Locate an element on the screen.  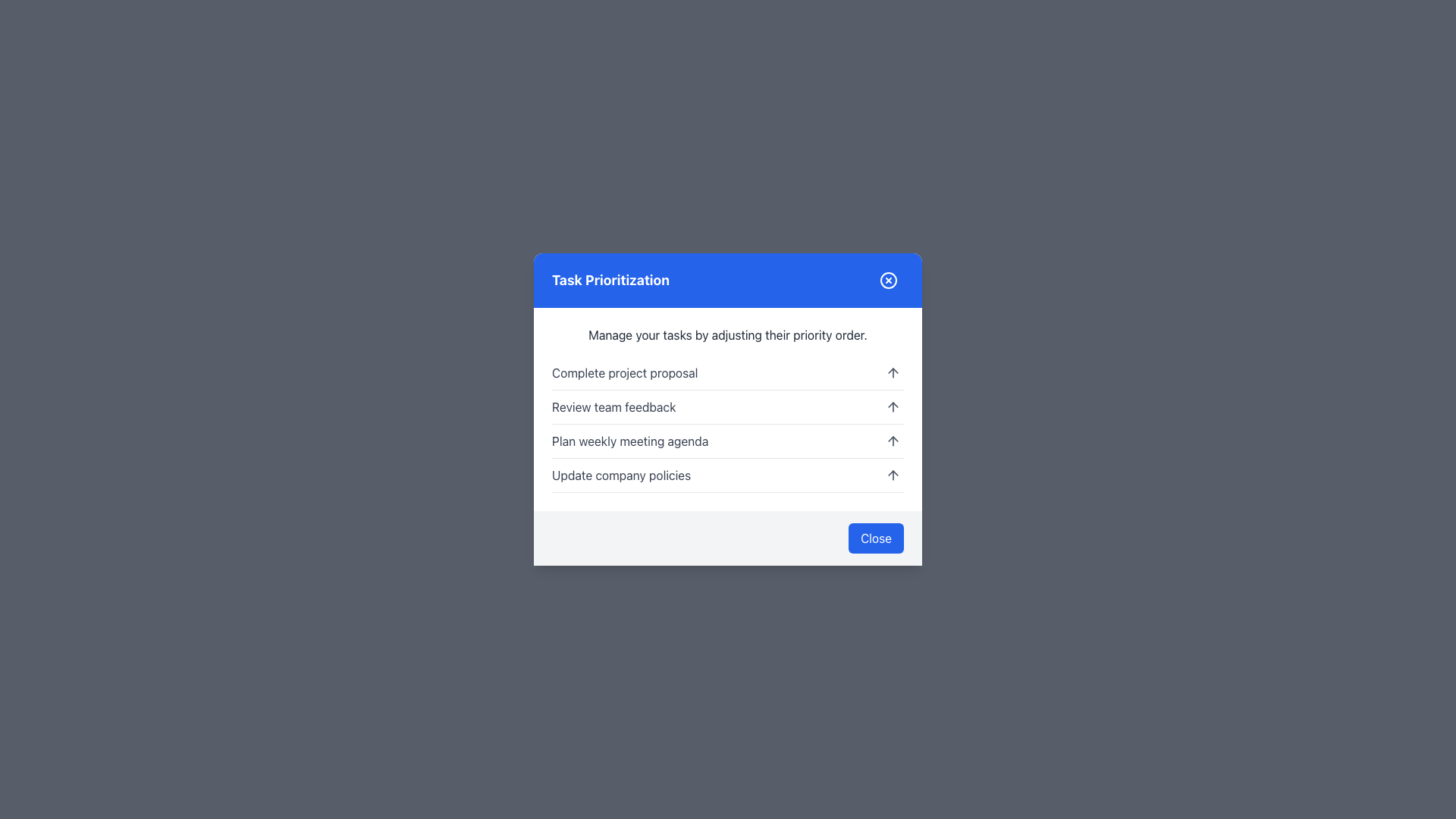
title of the modal dialog, which is a Text label positioned on the left side of the header section, indicating the context of task prioritization is located at coordinates (610, 281).